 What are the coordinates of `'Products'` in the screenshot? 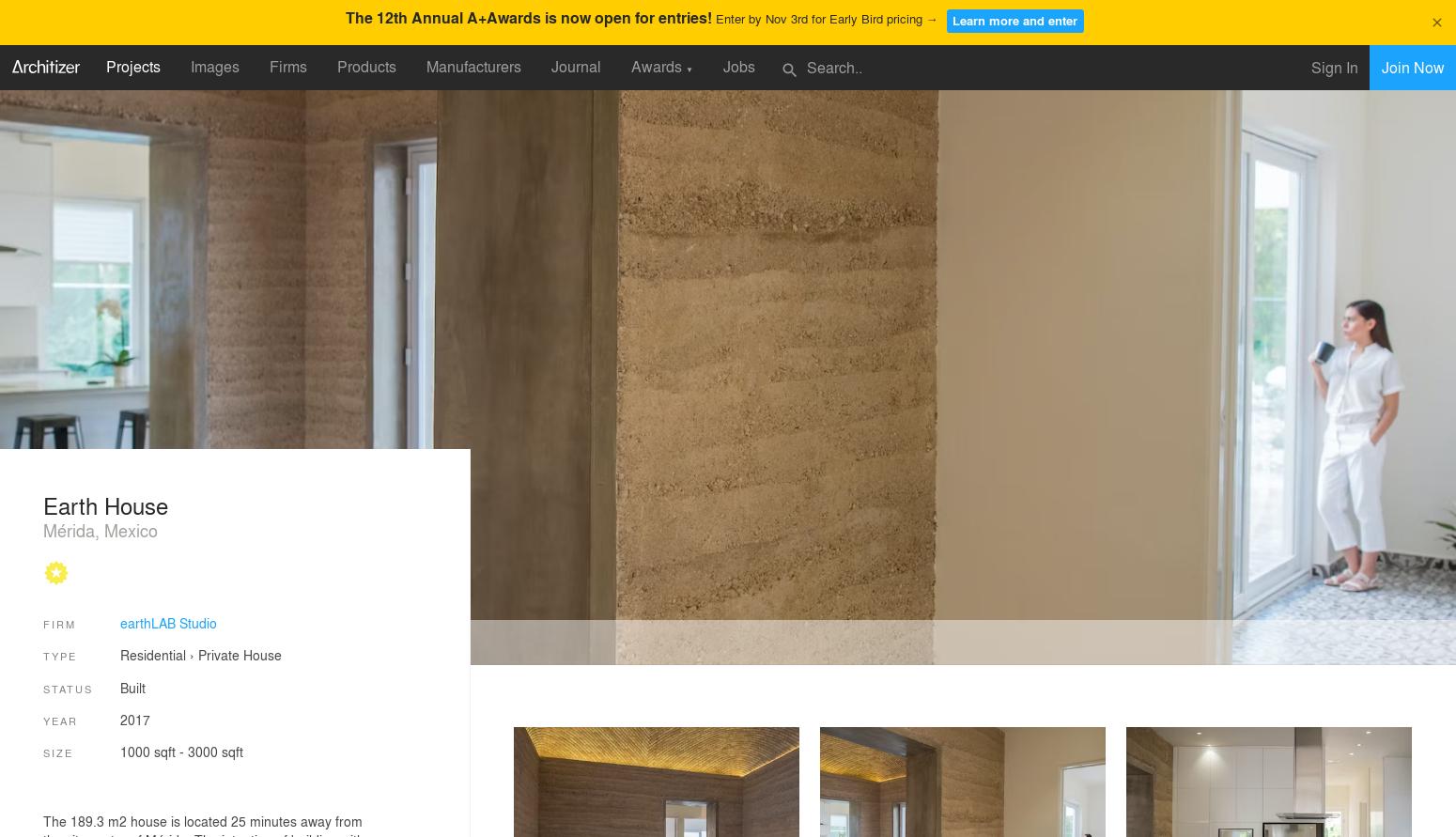 It's located at (366, 66).